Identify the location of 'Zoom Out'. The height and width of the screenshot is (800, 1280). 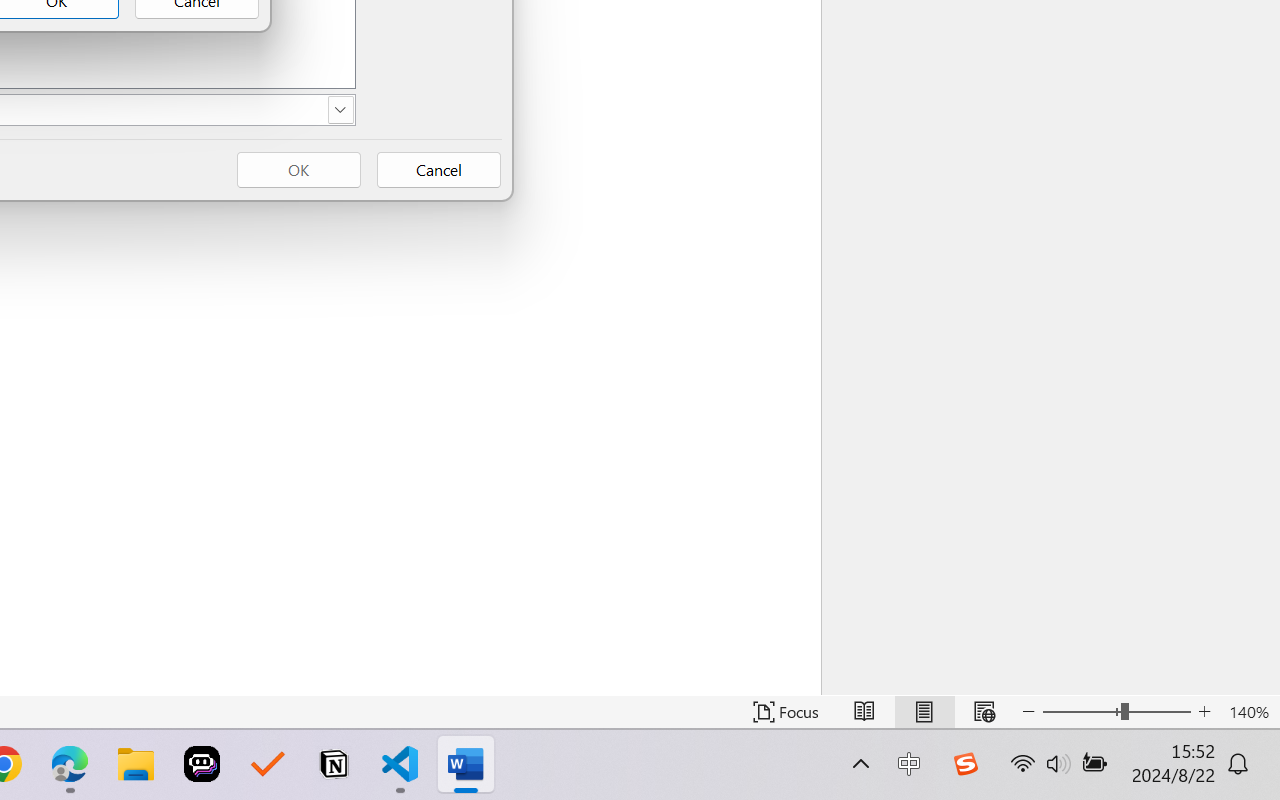
(1080, 711).